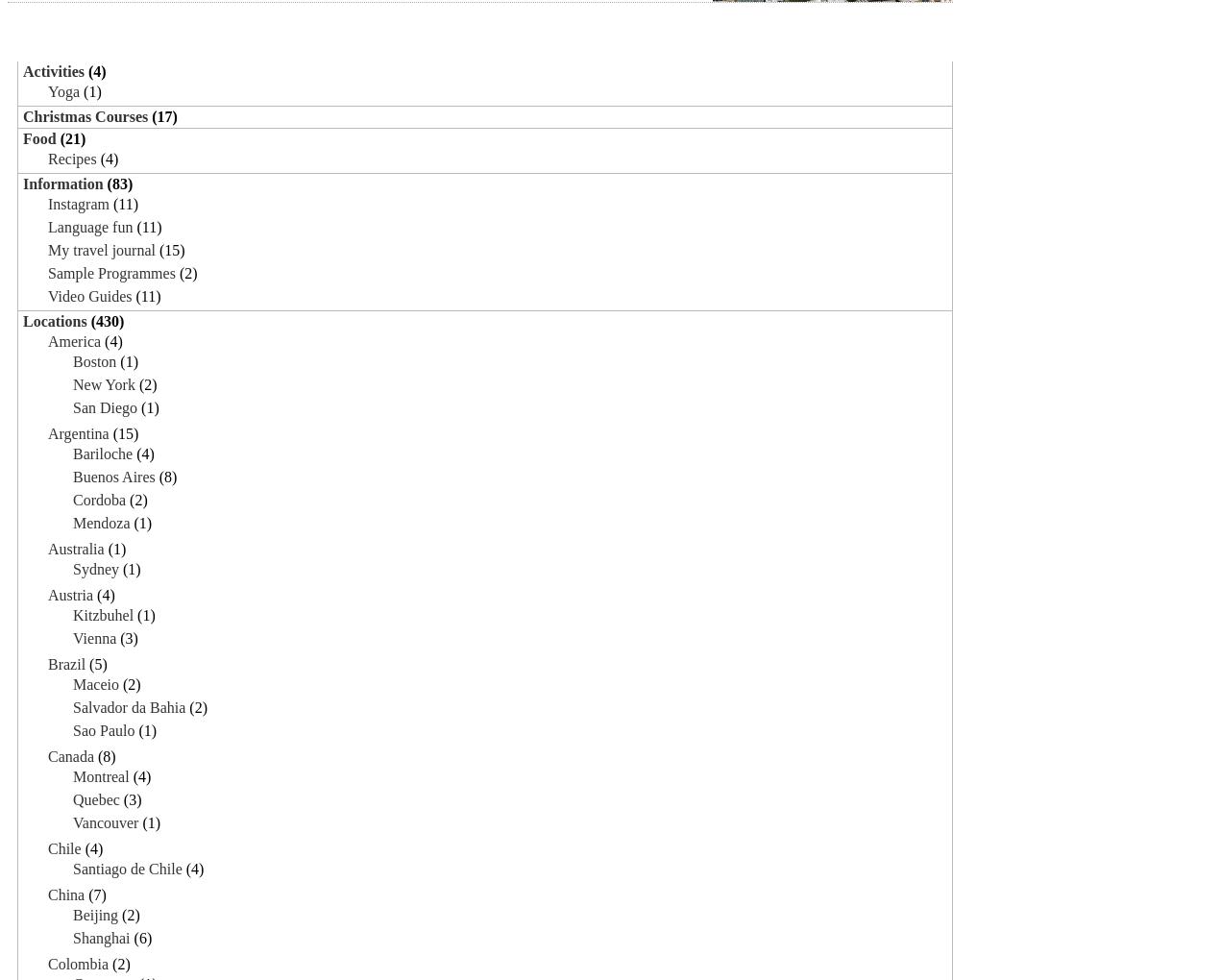 The width and height of the screenshot is (1221, 980). Describe the element at coordinates (99, 498) in the screenshot. I see `'Cordoba'` at that location.